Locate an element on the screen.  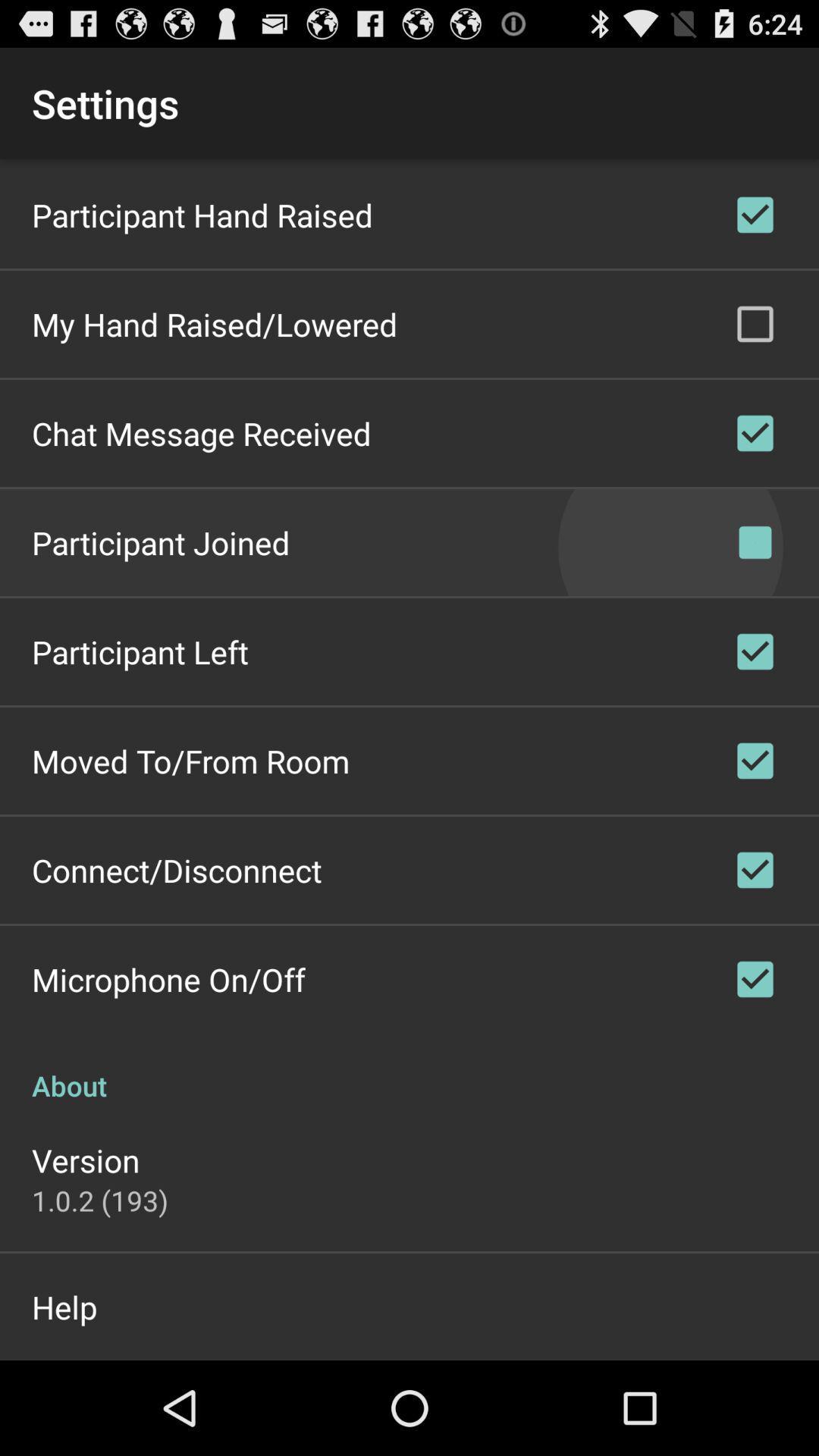
microphone onoff which is above about is located at coordinates (755, 979).